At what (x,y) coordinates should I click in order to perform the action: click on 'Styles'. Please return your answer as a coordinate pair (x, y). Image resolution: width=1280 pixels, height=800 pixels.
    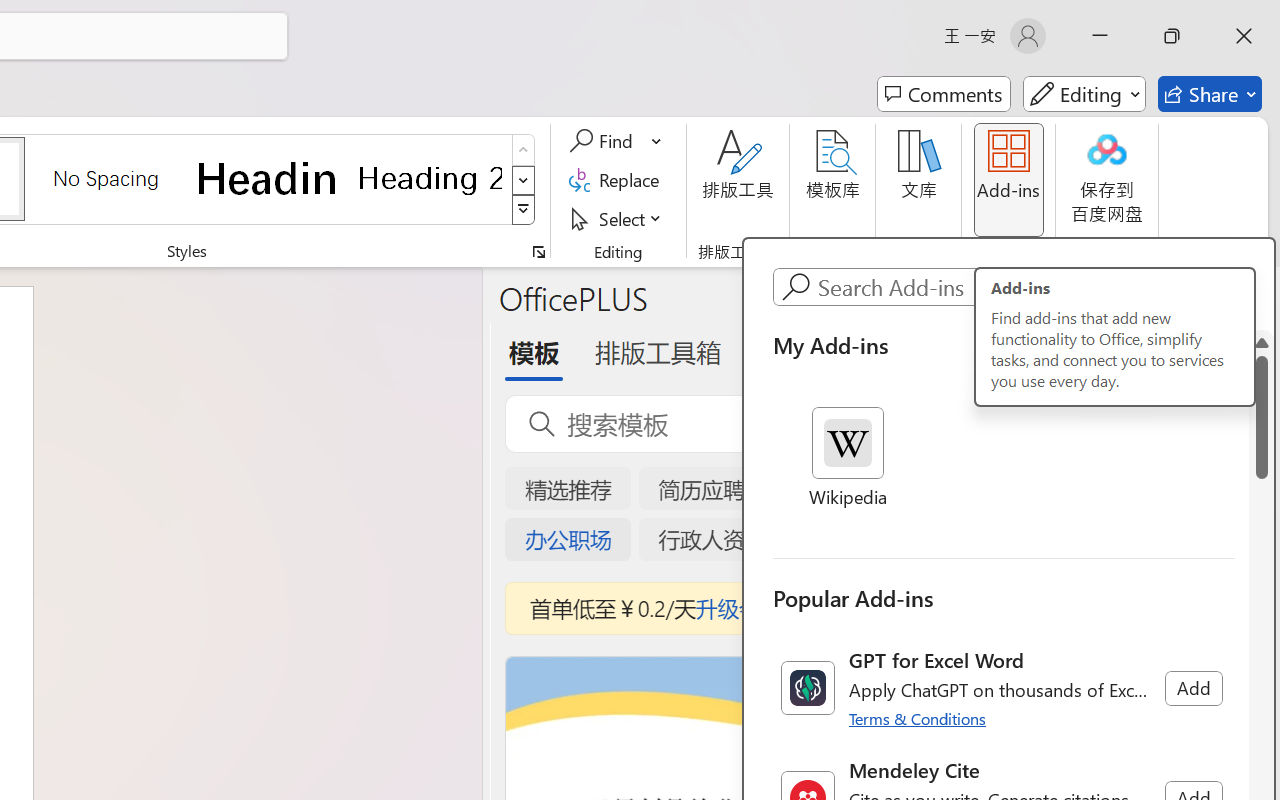
    Looking at the image, I should click on (523, 210).